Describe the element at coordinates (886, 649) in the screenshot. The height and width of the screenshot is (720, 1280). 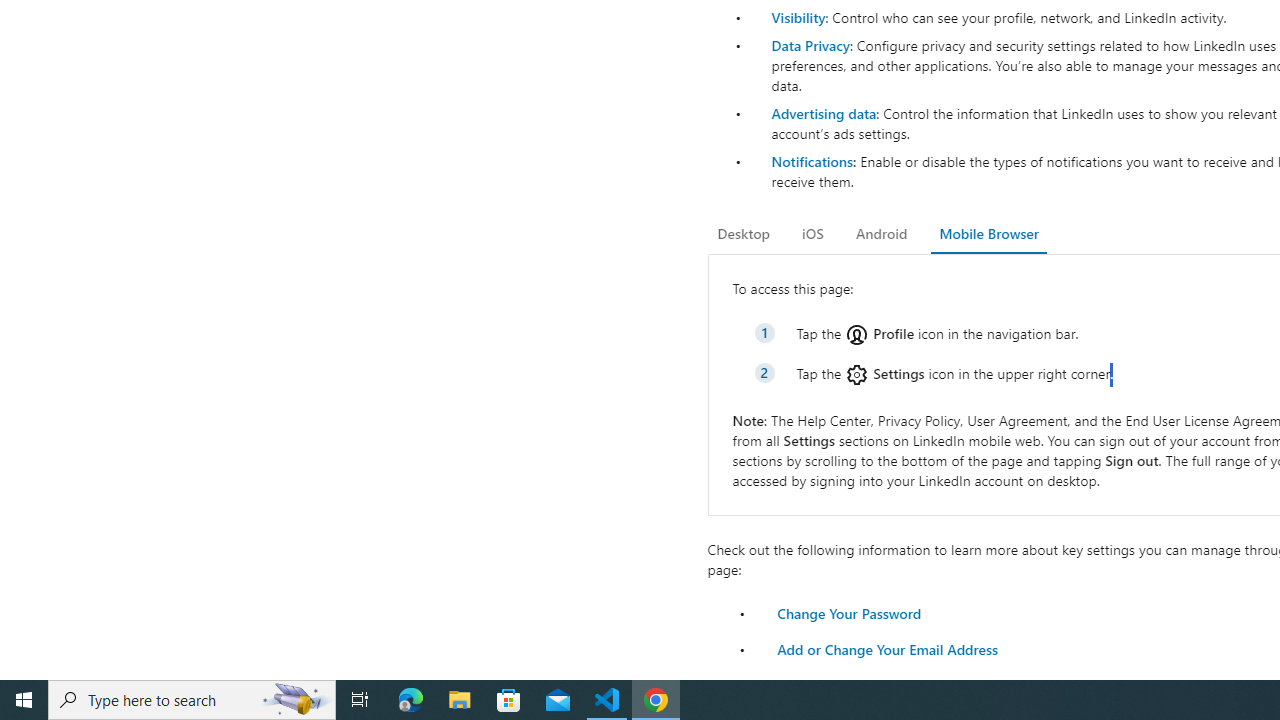
I see `'Add or Change Your Email Address'` at that location.